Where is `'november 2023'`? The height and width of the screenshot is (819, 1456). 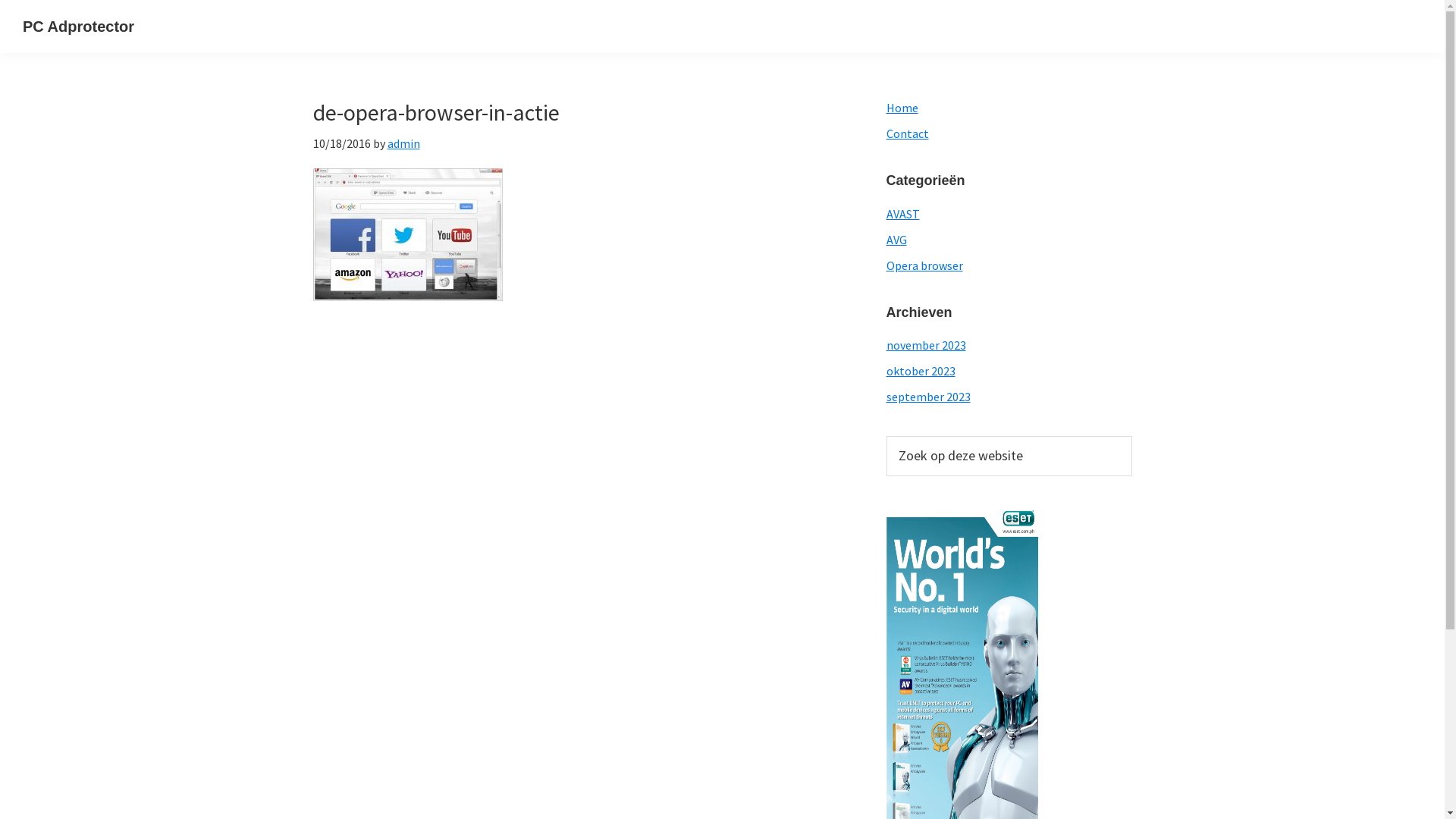
'november 2023' is located at coordinates (924, 345).